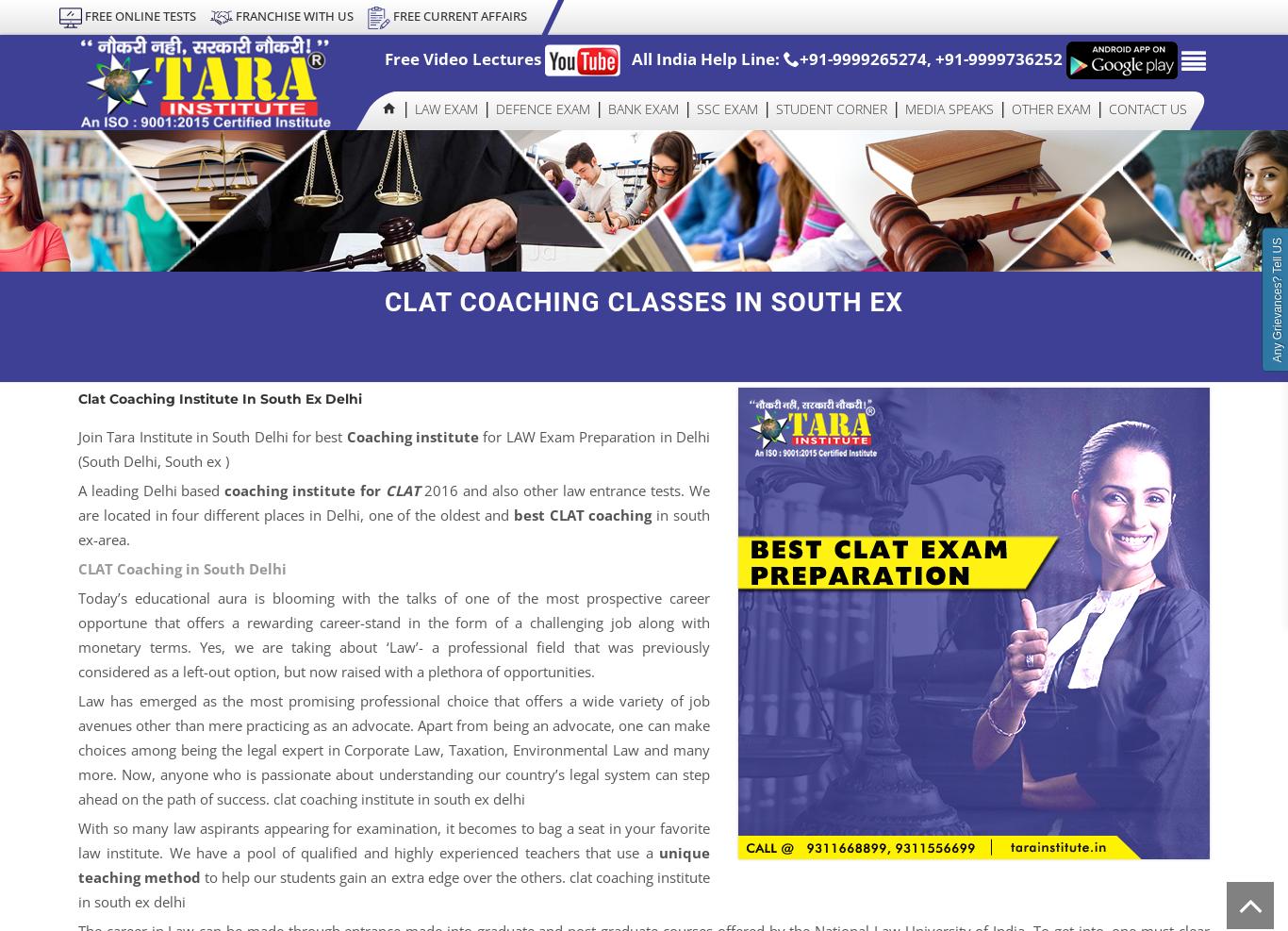 The width and height of the screenshot is (1288, 931). Describe the element at coordinates (831, 421) in the screenshot. I see `'Current Affairs'` at that location.